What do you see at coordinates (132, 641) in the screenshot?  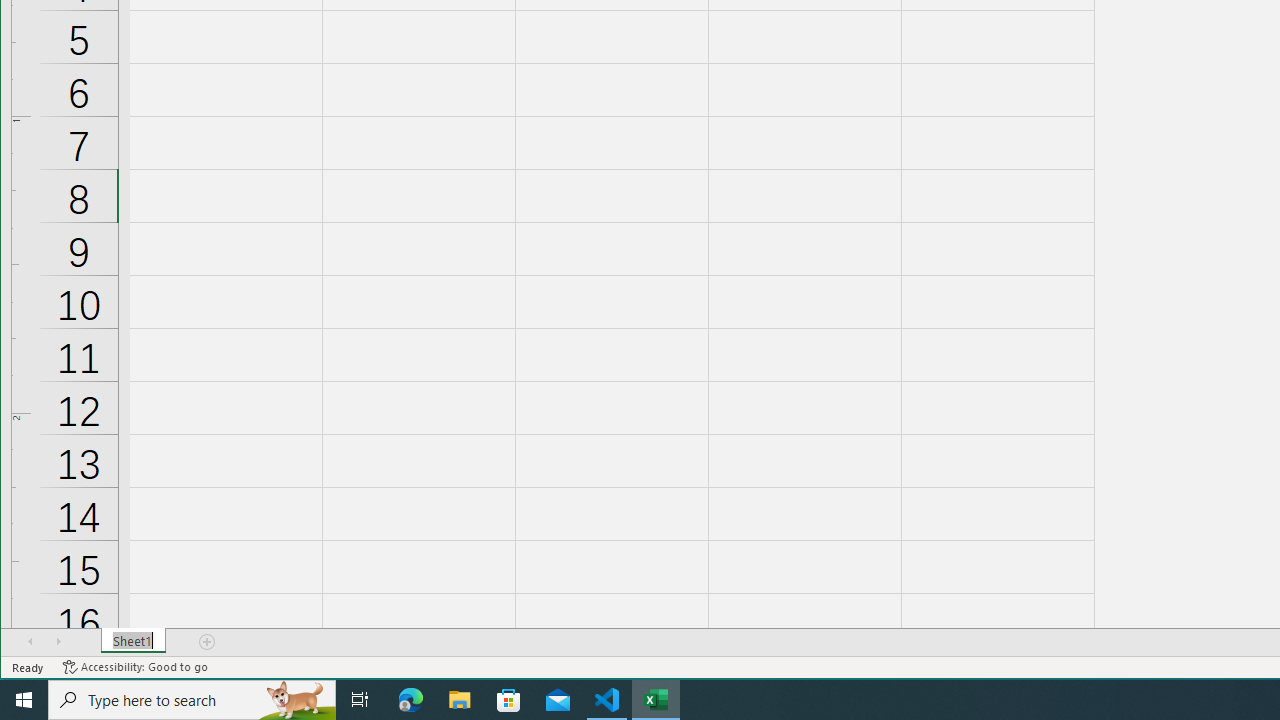 I see `'Sheet Tab'` at bounding box center [132, 641].